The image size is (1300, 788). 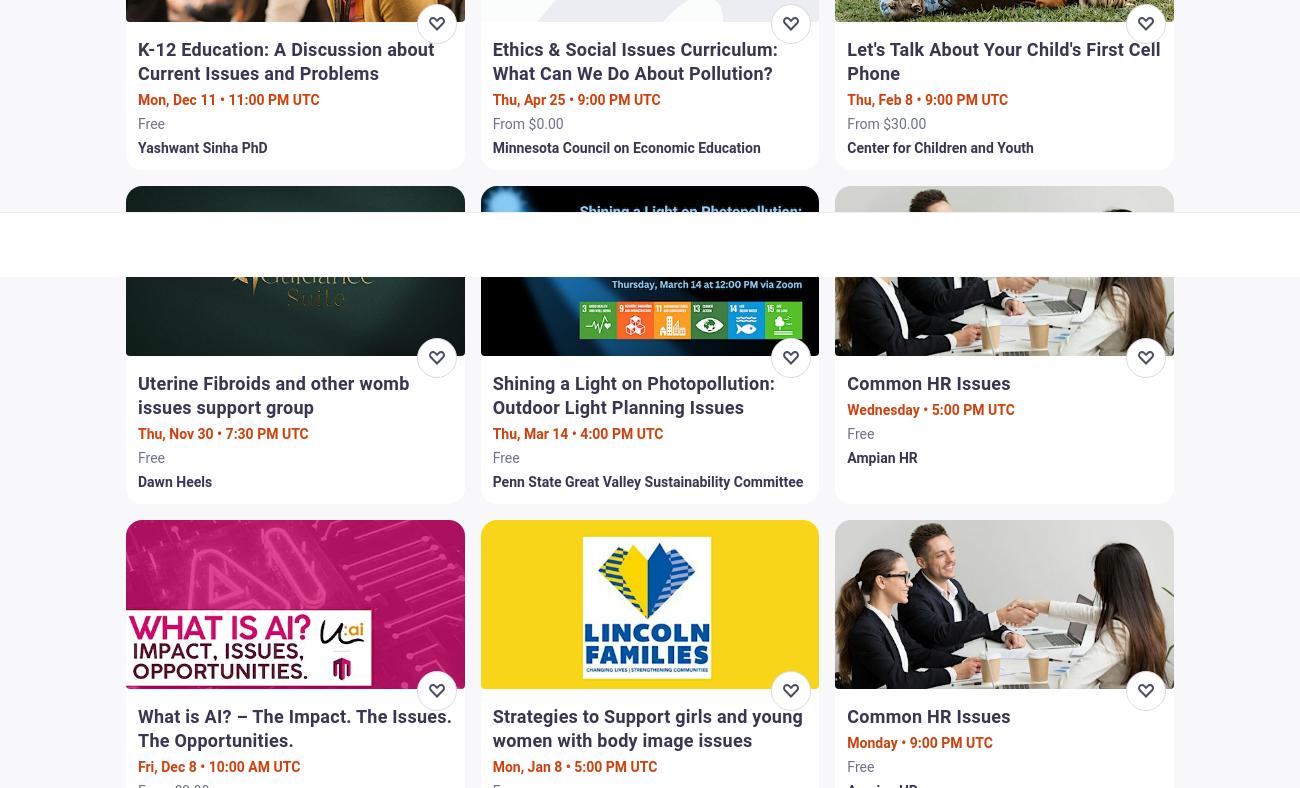 What do you see at coordinates (647, 479) in the screenshot?
I see `'Penn State Great Valley Sustainability Committee'` at bounding box center [647, 479].